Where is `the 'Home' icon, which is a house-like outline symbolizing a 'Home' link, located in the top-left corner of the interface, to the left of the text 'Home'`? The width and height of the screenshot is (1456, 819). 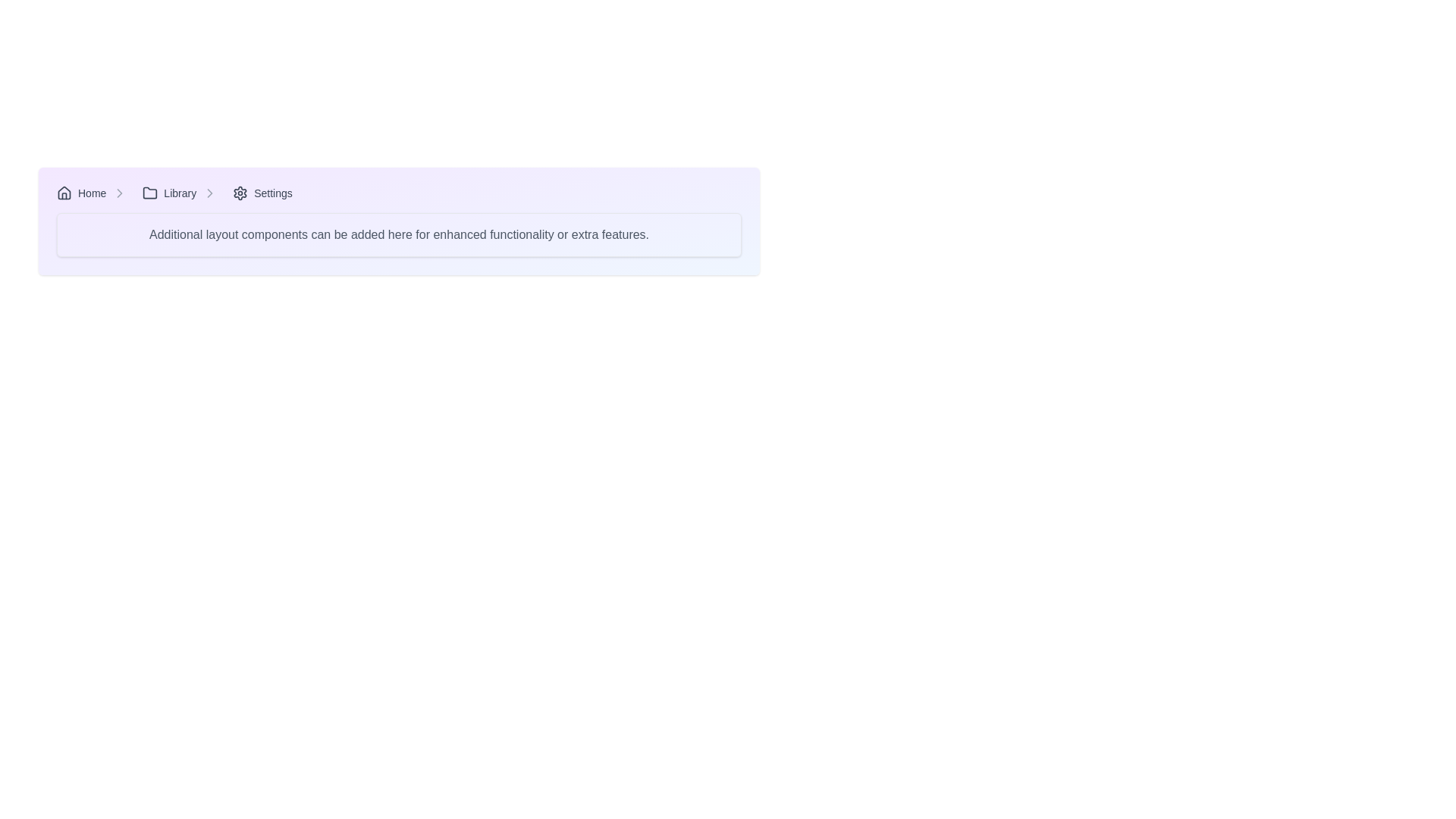
the 'Home' icon, which is a house-like outline symbolizing a 'Home' link, located in the top-left corner of the interface, to the left of the text 'Home' is located at coordinates (64, 192).